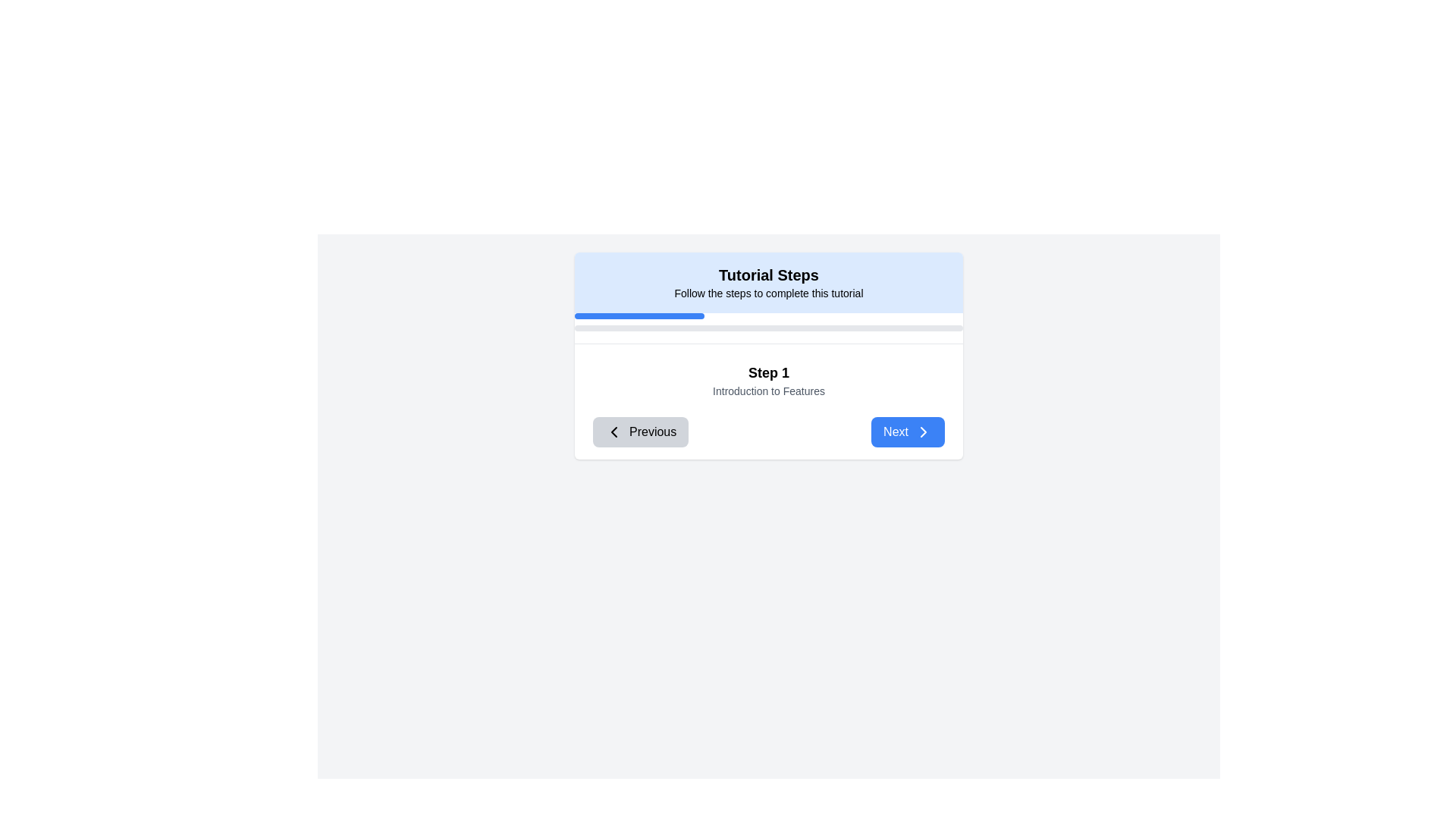  Describe the element at coordinates (768, 327) in the screenshot. I see `the visual progress bar background, which is a horizontal gray bar located beneath a blue progress bar within a tutorial card` at that location.